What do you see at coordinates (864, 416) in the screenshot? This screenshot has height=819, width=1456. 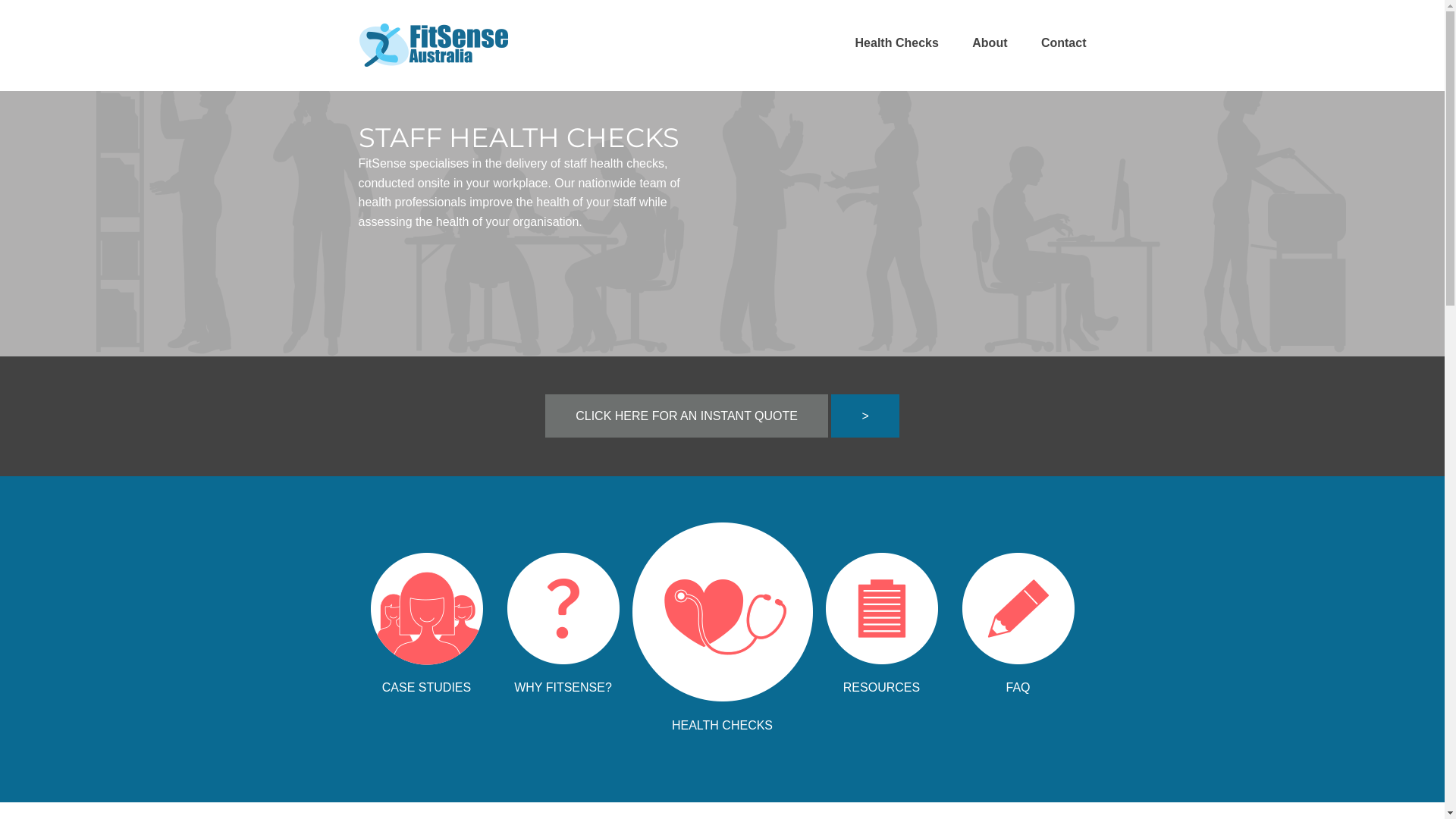 I see `'>'` at bounding box center [864, 416].